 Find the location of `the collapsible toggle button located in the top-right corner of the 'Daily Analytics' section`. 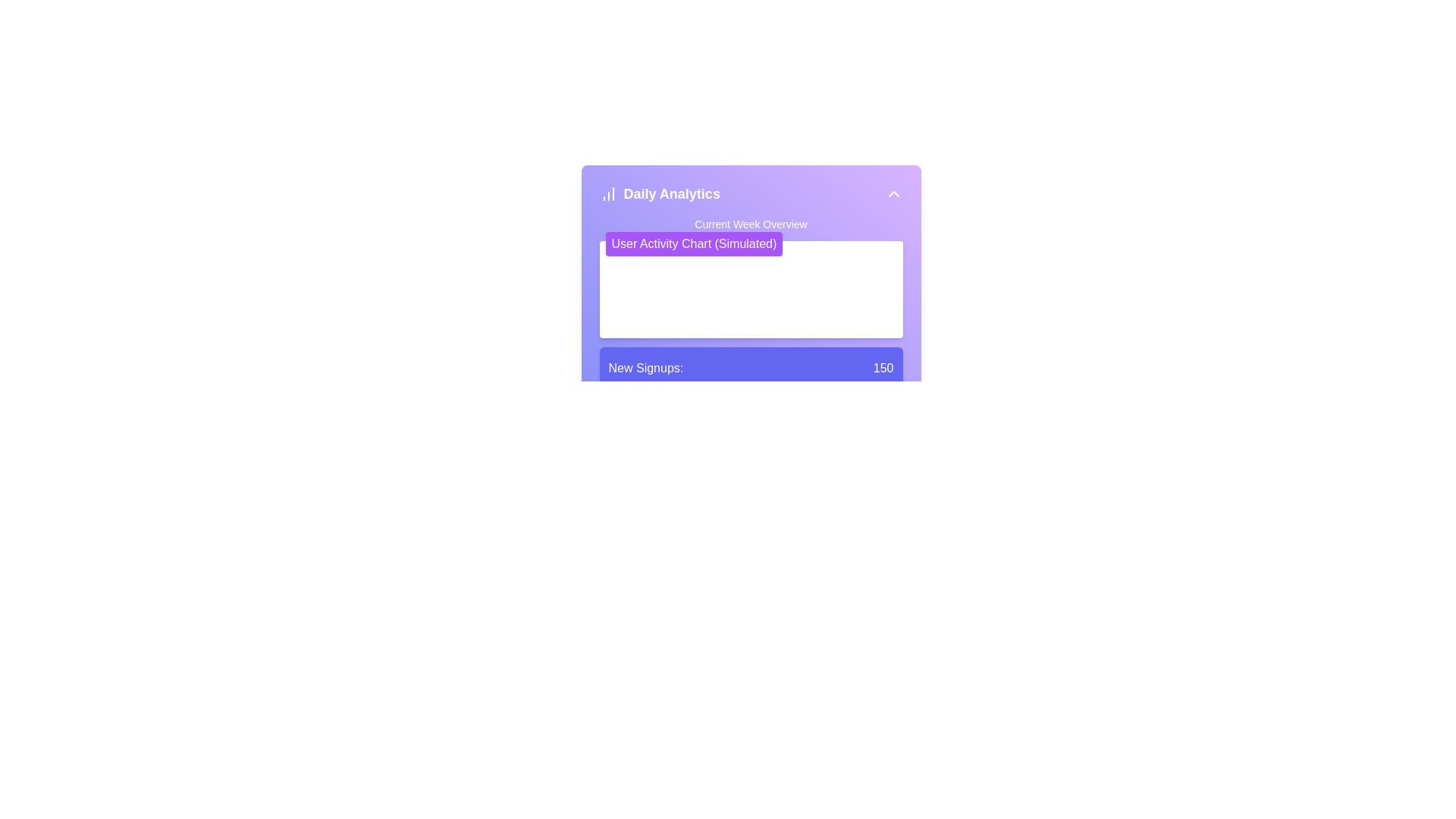

the collapsible toggle button located in the top-right corner of the 'Daily Analytics' section is located at coordinates (893, 193).